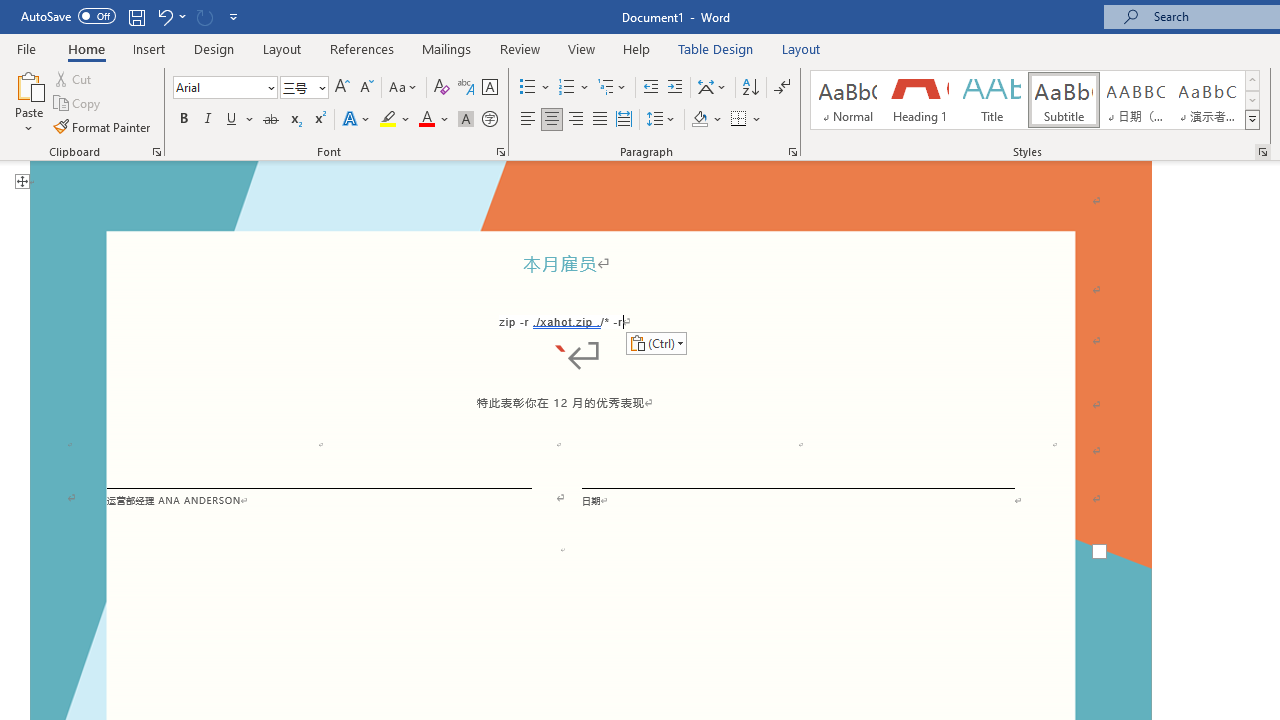 The height and width of the screenshot is (720, 1280). Describe the element at coordinates (919, 100) in the screenshot. I see `'Heading 1'` at that location.